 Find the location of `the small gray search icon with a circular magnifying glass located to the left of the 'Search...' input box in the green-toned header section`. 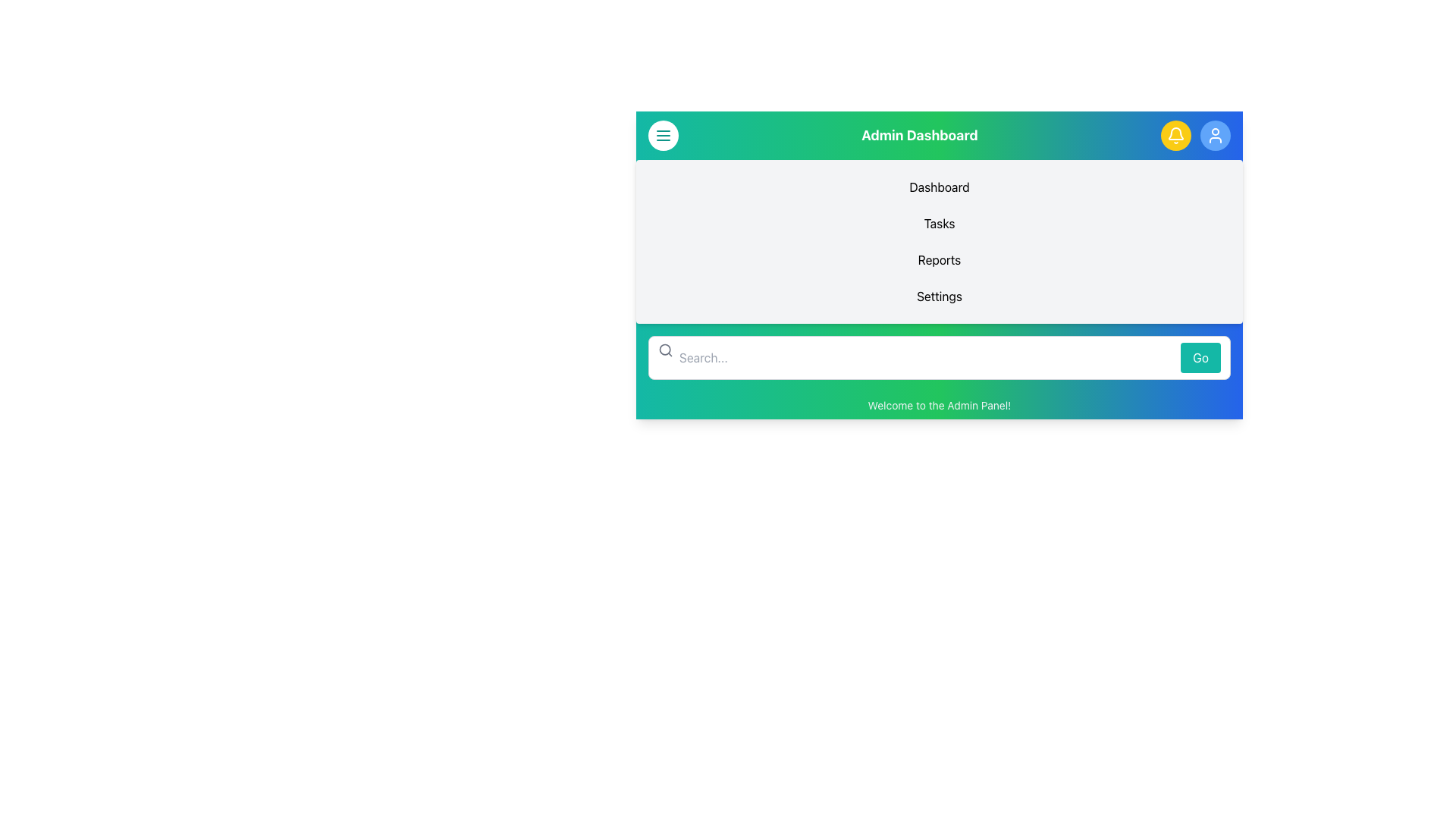

the small gray search icon with a circular magnifying glass located to the left of the 'Search...' input box in the green-toned header section is located at coordinates (666, 350).